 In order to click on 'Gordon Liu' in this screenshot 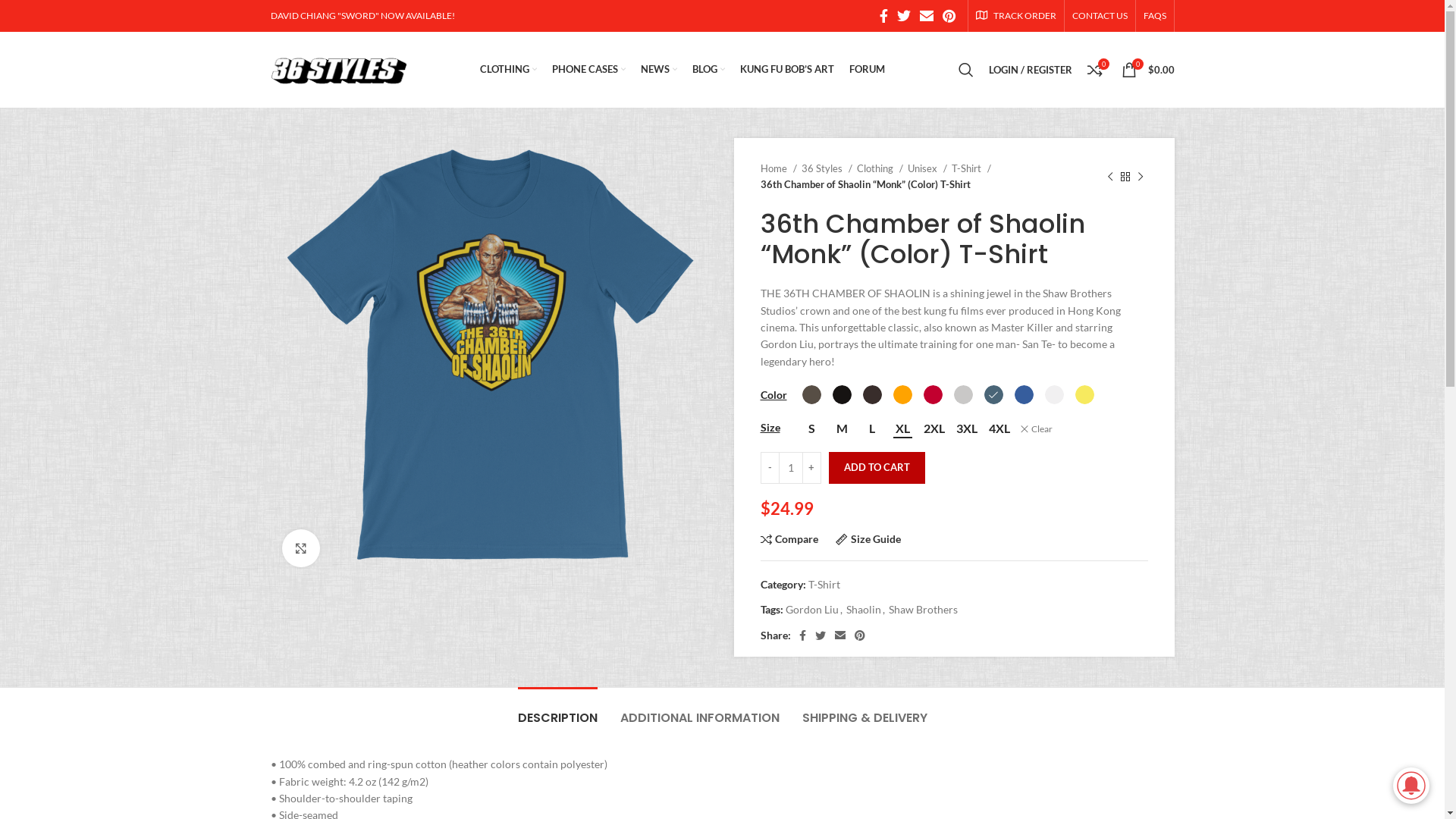, I will do `click(811, 608)`.